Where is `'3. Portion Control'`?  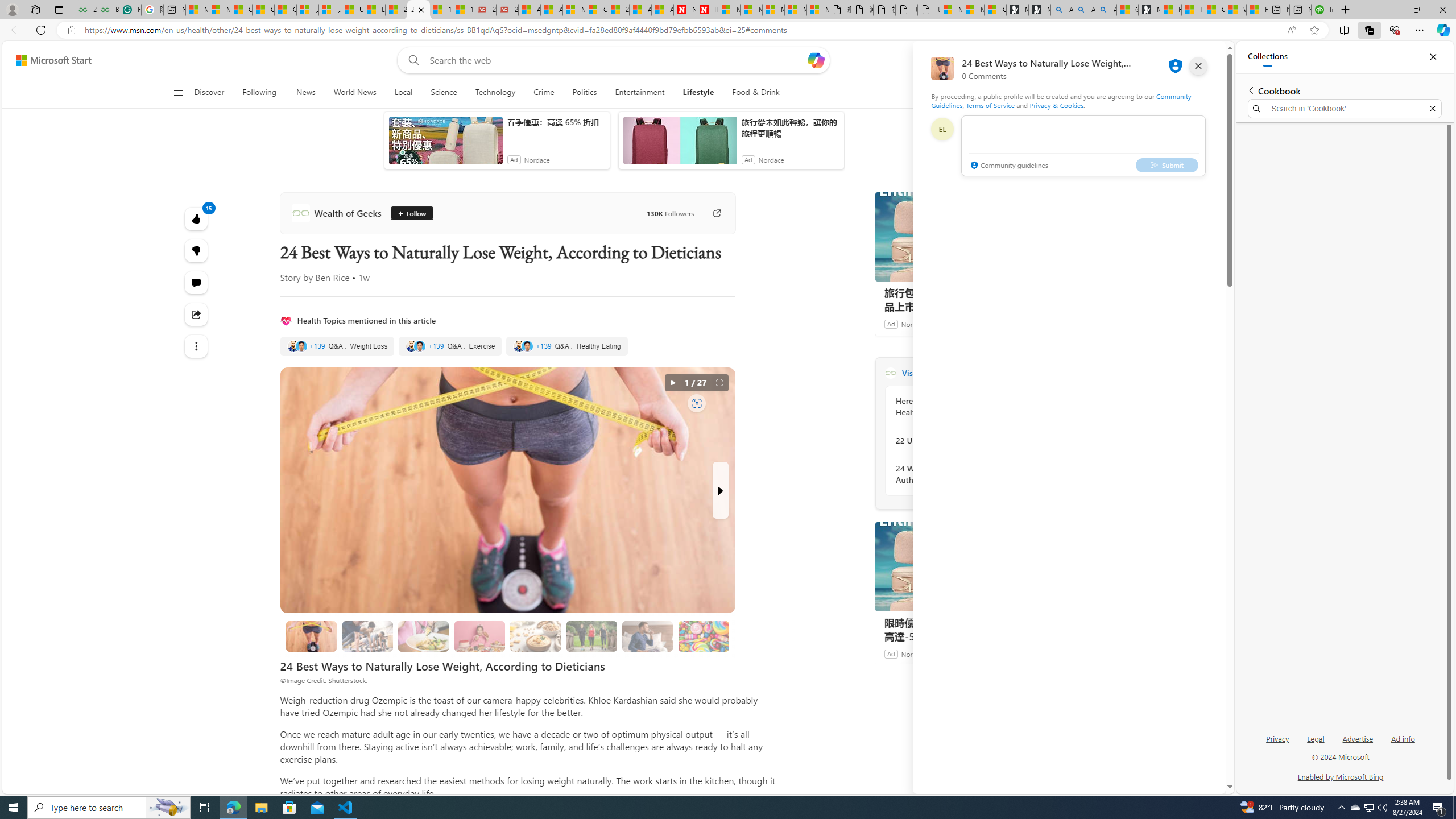 '3. Portion Control' is located at coordinates (479, 636).